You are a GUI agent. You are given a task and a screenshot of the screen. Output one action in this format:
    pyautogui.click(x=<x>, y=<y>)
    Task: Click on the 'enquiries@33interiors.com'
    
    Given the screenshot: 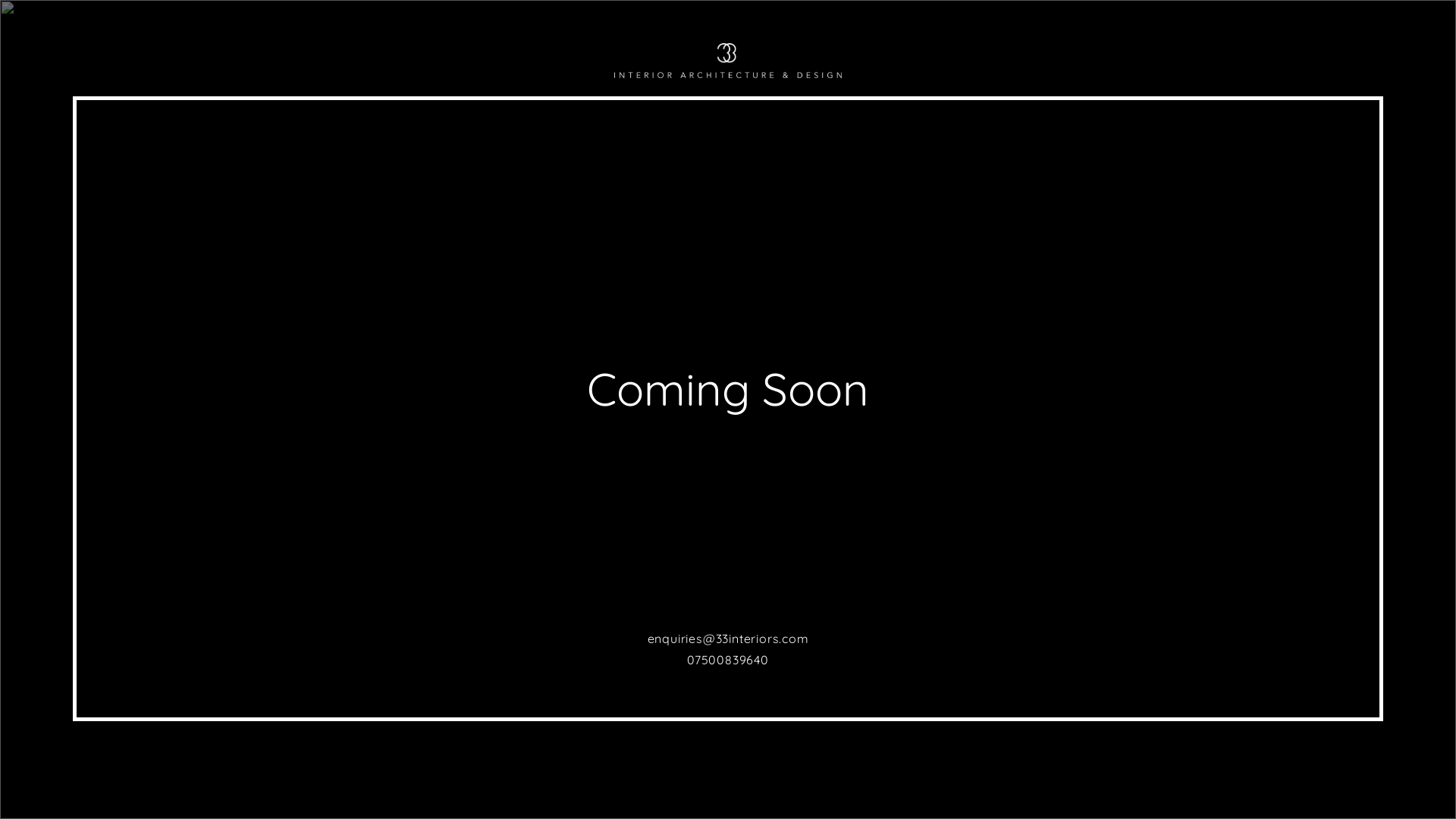 What is the action you would take?
    pyautogui.click(x=728, y=638)
    